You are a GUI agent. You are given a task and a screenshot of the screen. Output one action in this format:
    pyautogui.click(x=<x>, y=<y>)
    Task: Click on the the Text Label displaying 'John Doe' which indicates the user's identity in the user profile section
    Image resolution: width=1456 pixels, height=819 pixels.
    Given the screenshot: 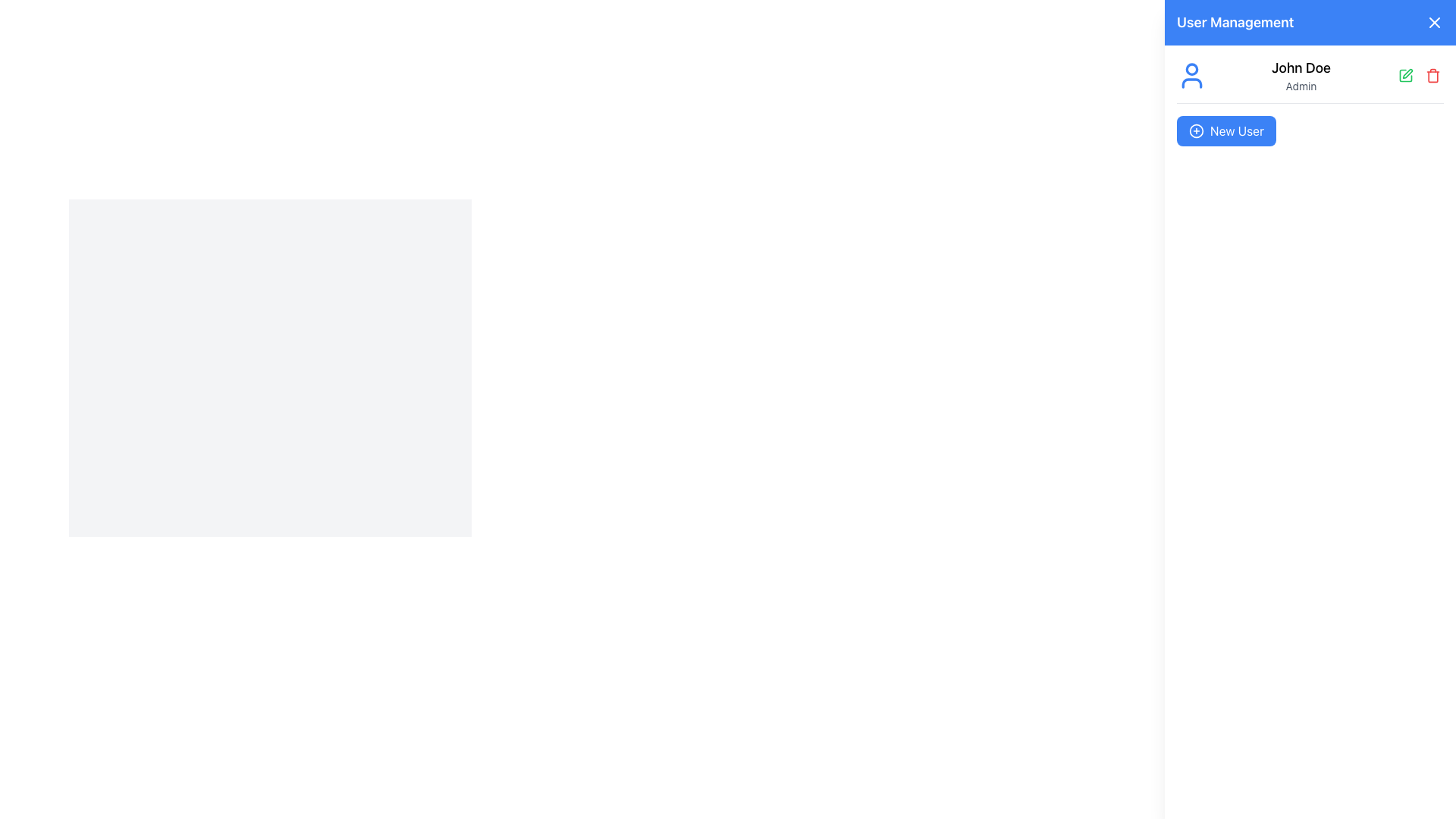 What is the action you would take?
    pyautogui.click(x=1301, y=66)
    